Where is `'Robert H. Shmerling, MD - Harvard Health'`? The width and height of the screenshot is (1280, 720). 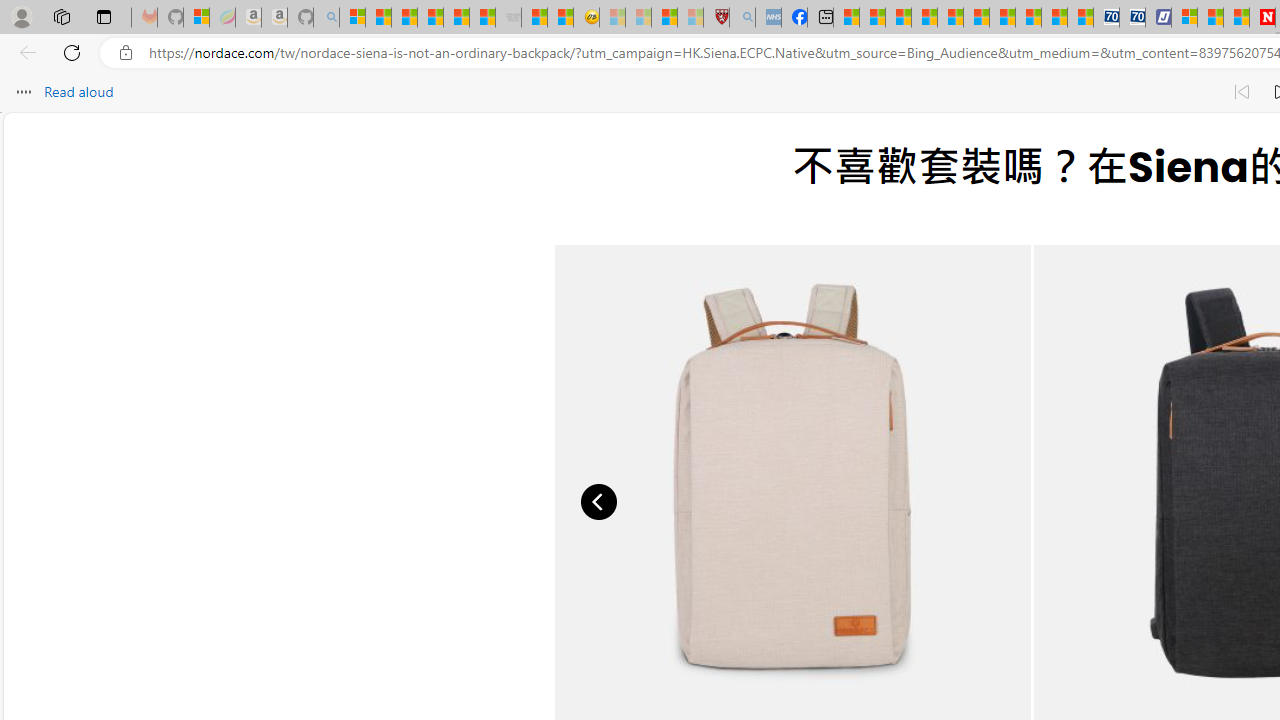 'Robert H. Shmerling, MD - Harvard Health' is located at coordinates (716, 17).